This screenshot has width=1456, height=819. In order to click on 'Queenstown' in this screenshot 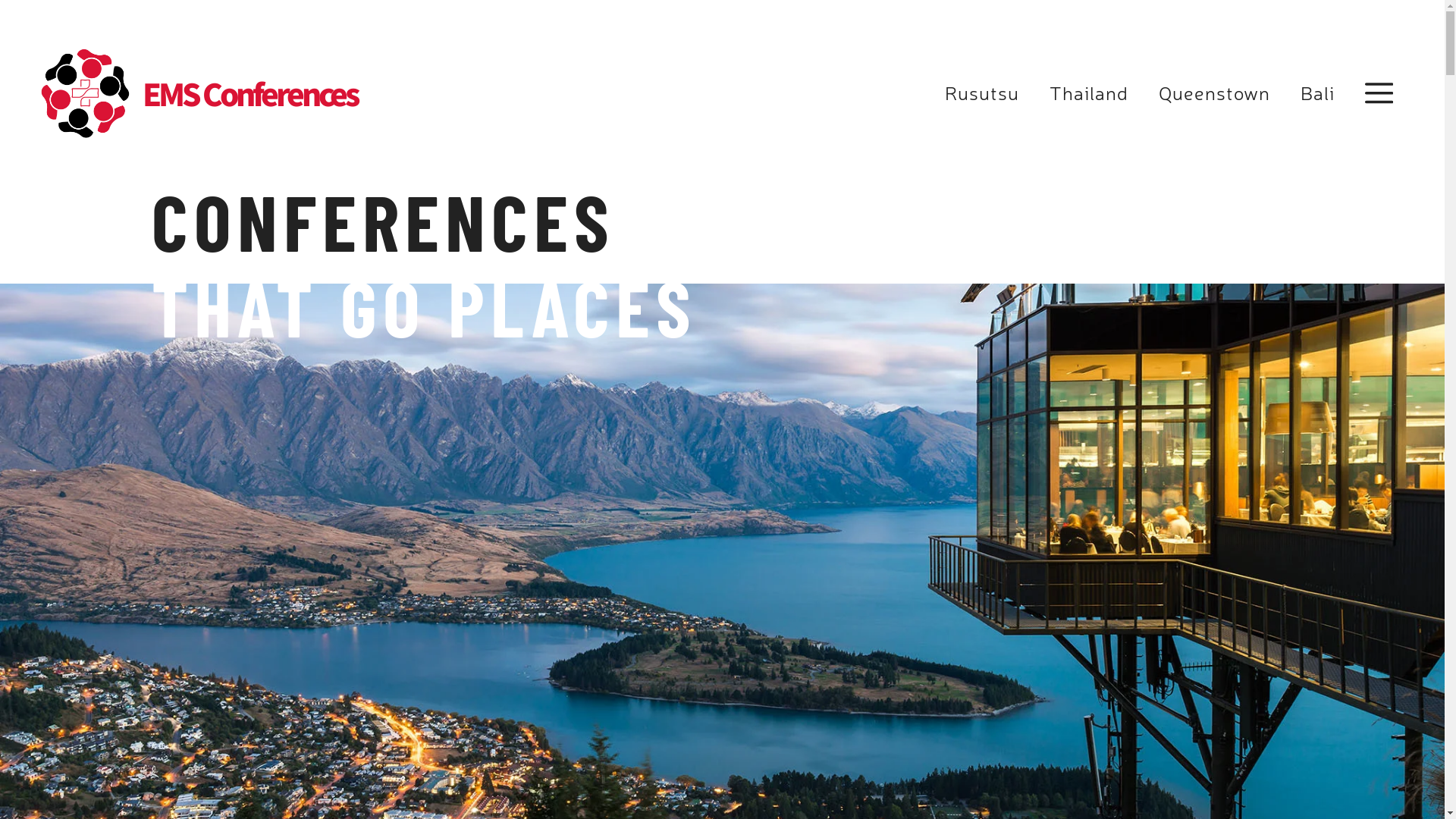, I will do `click(1214, 93)`.